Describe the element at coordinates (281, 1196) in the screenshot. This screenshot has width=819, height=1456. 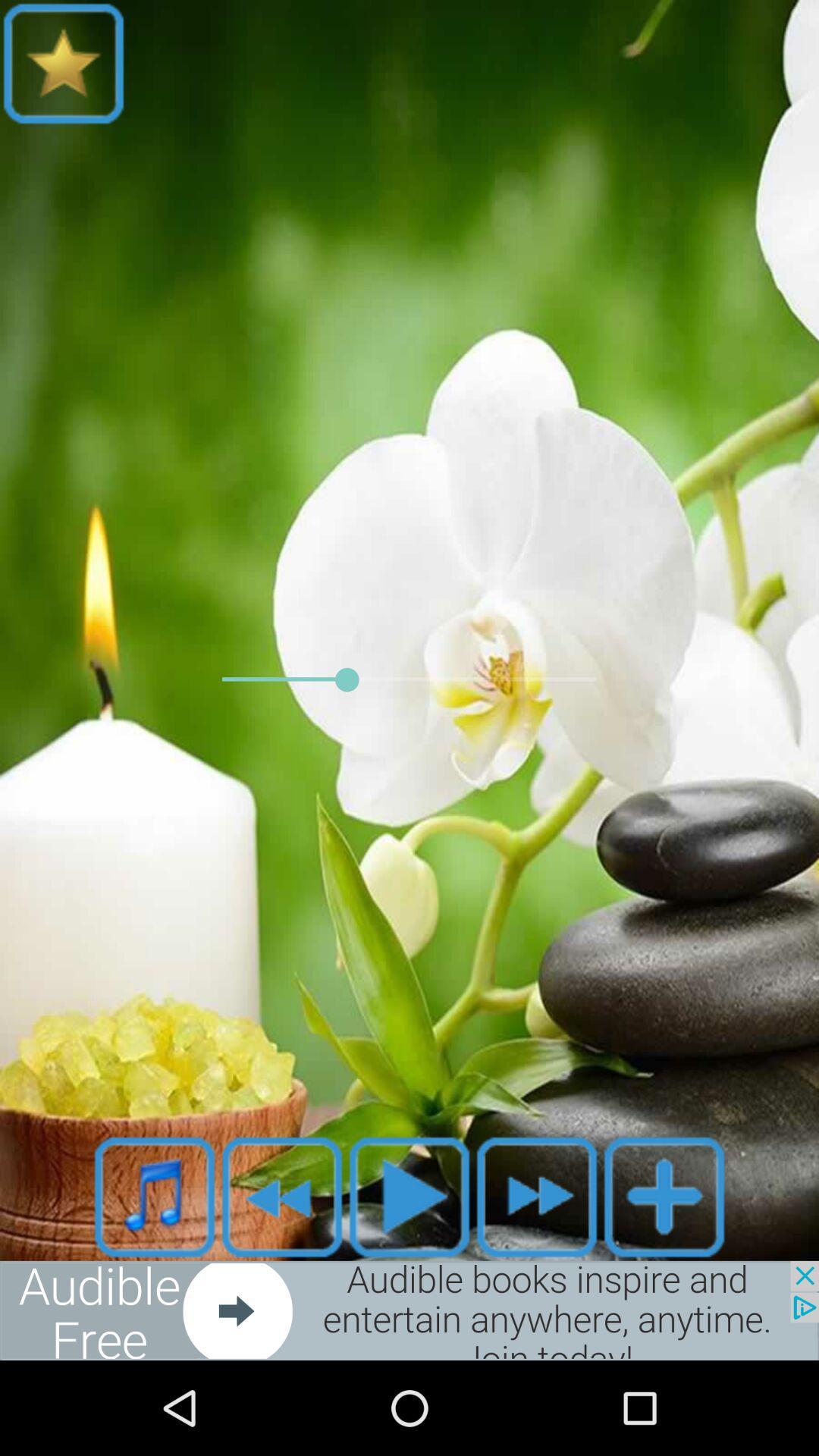
I see `rewind` at that location.